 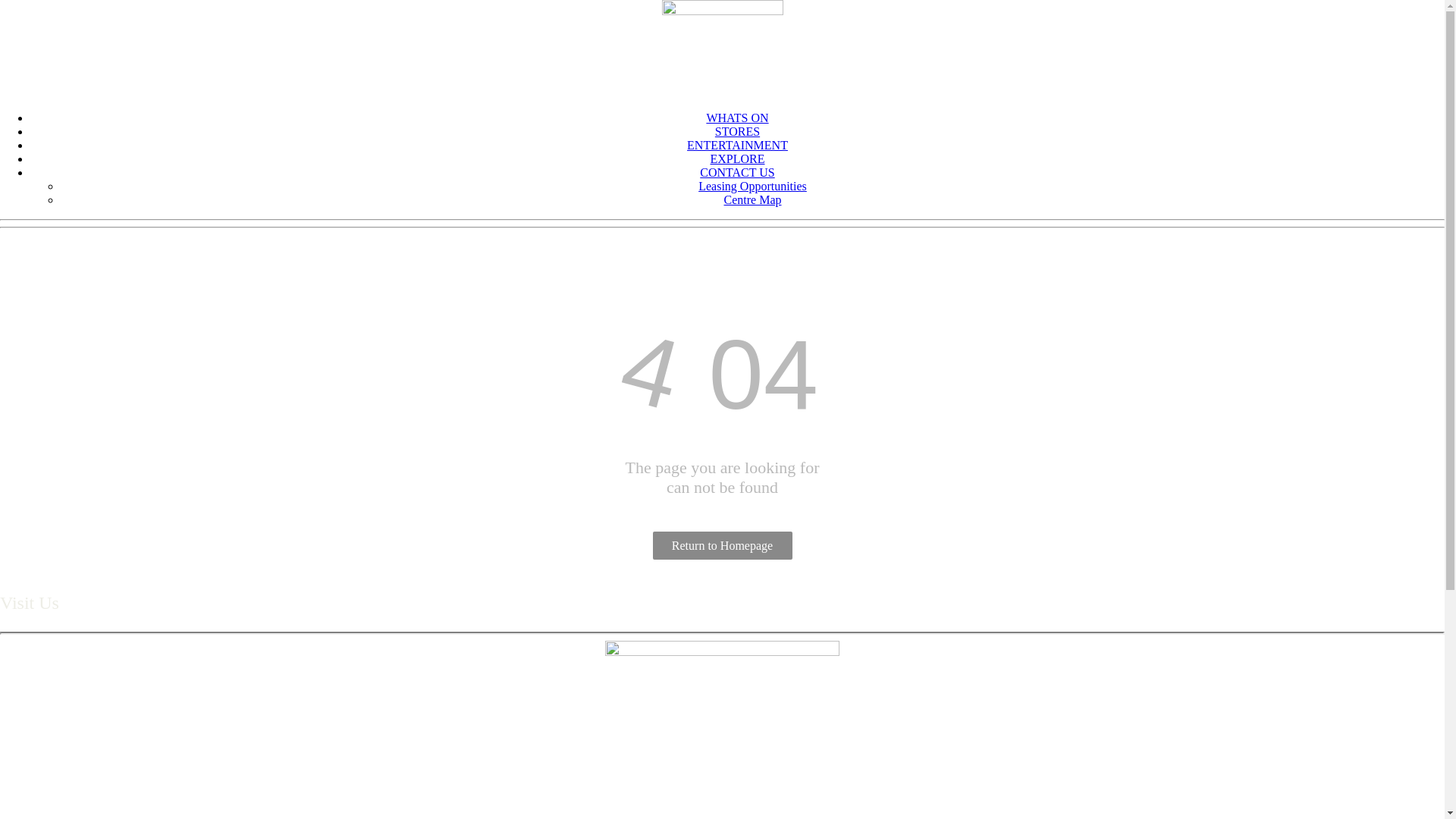 What do you see at coordinates (752, 199) in the screenshot?
I see `'Centre Map'` at bounding box center [752, 199].